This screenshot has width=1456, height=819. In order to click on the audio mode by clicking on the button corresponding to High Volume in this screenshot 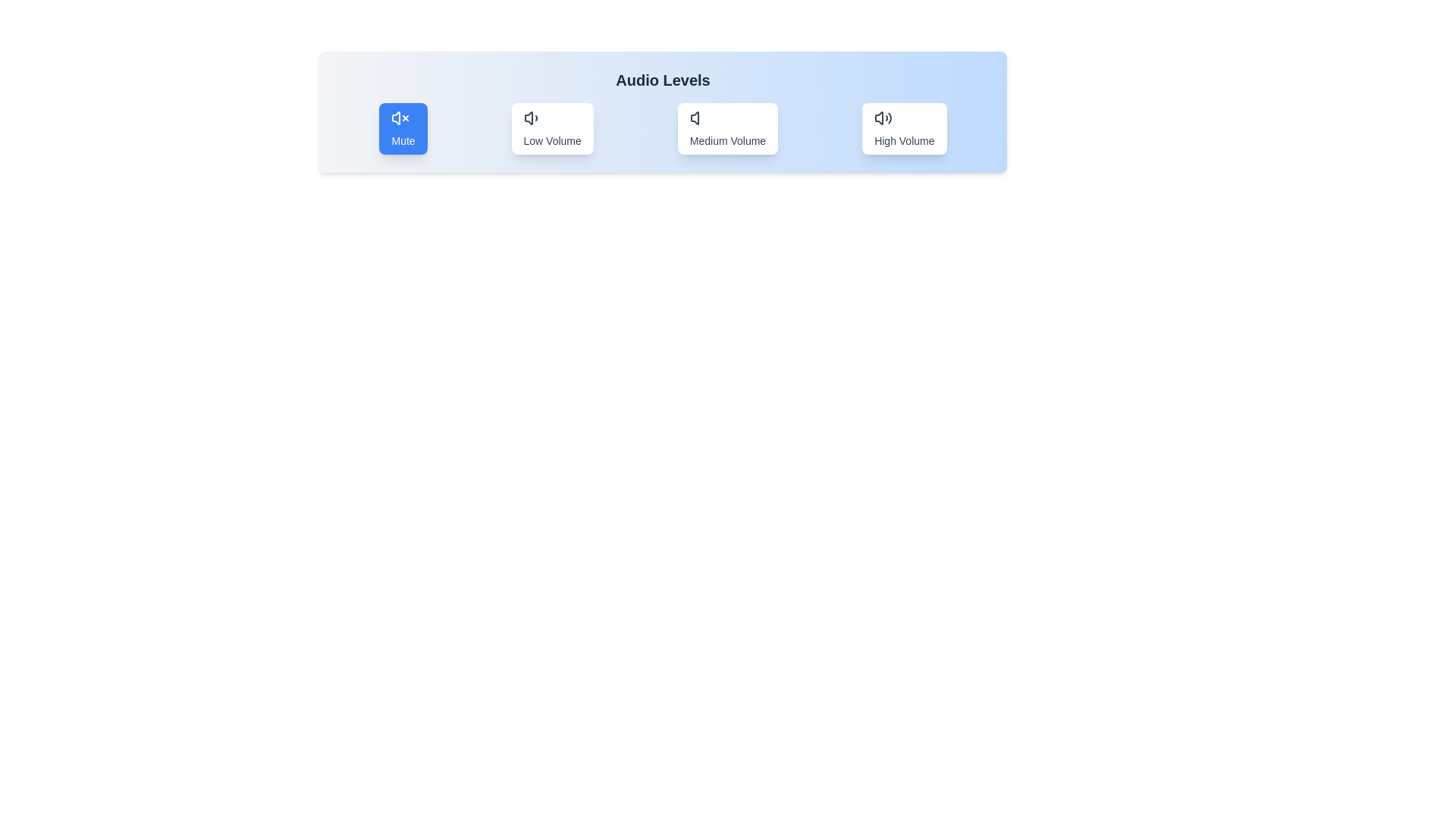, I will do `click(905, 127)`.